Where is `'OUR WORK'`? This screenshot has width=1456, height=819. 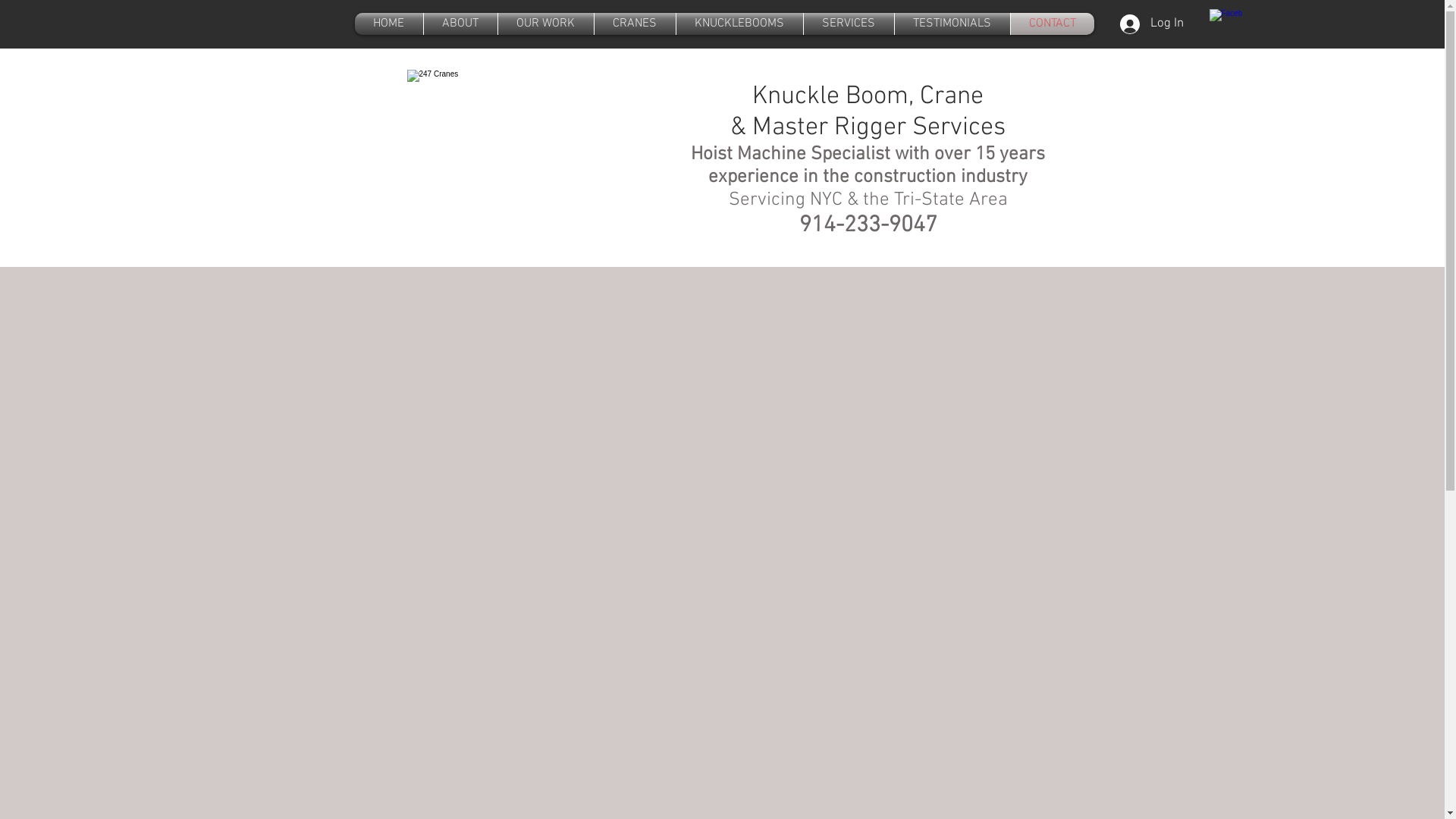 'OUR WORK' is located at coordinates (545, 24).